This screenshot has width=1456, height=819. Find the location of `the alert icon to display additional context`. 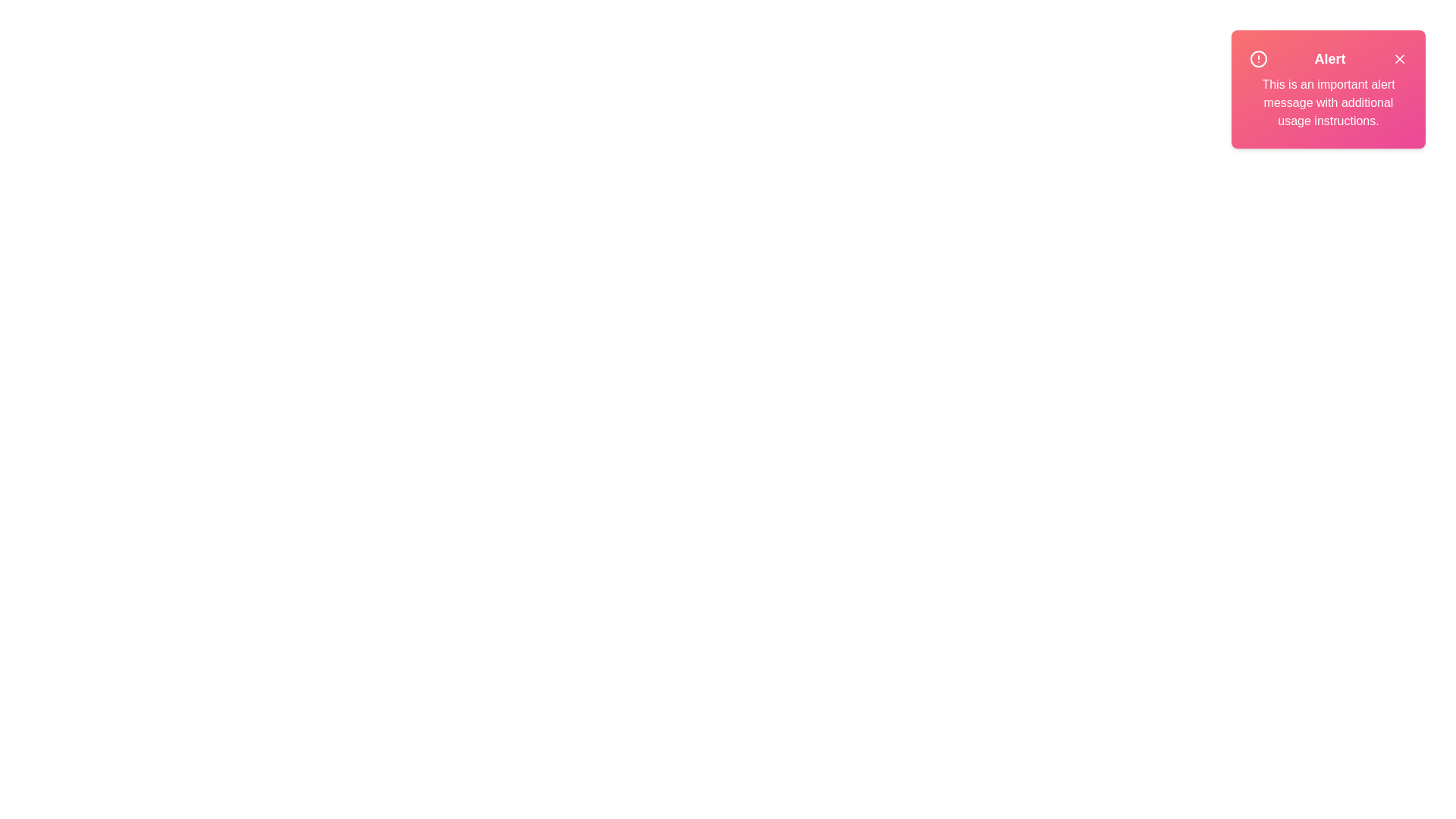

the alert icon to display additional context is located at coordinates (1259, 58).